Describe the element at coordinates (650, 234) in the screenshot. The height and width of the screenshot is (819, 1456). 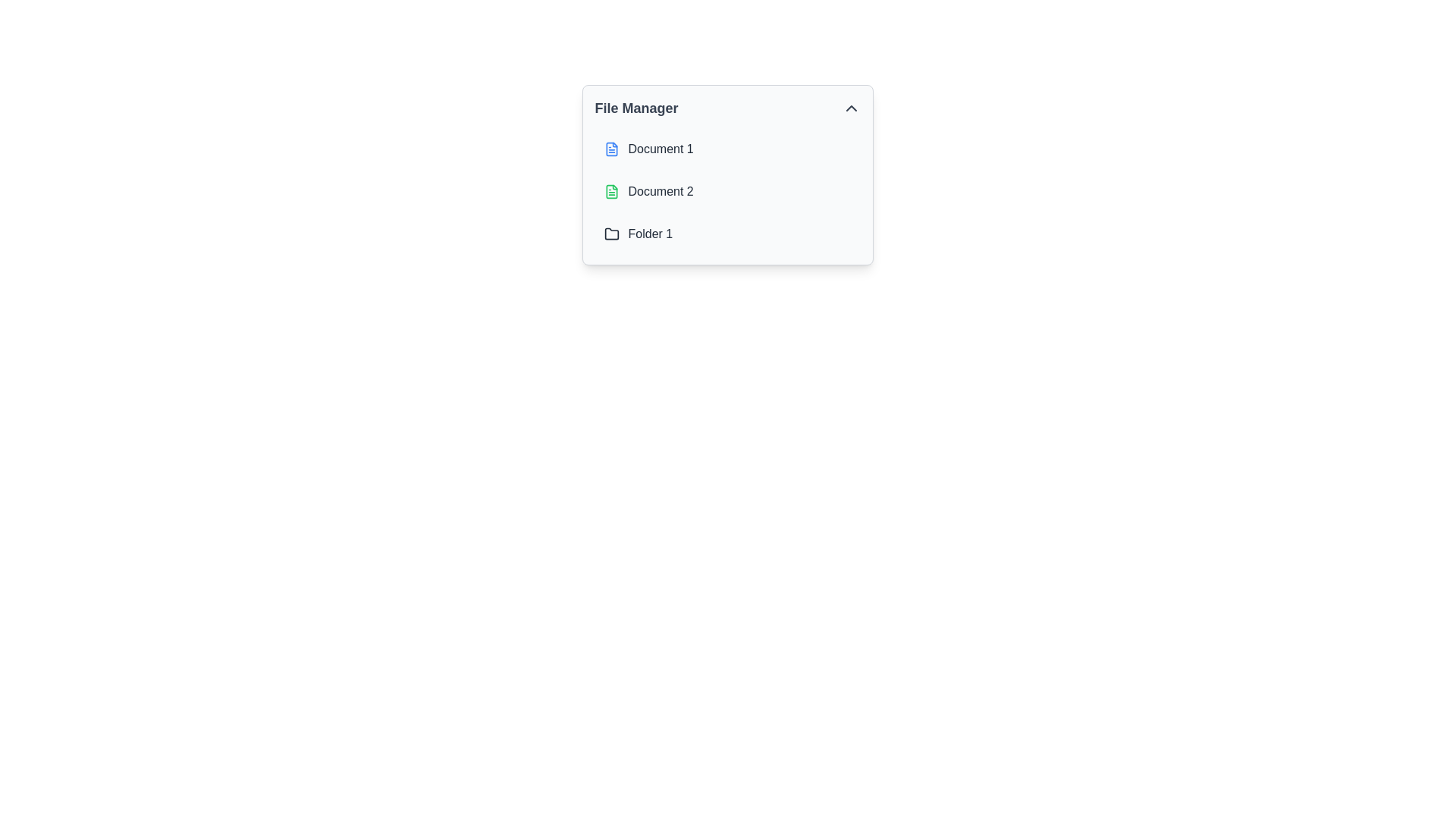
I see `the text label representing the selectable folder named 'Folder 1' in the file manager to potentially view more details` at that location.